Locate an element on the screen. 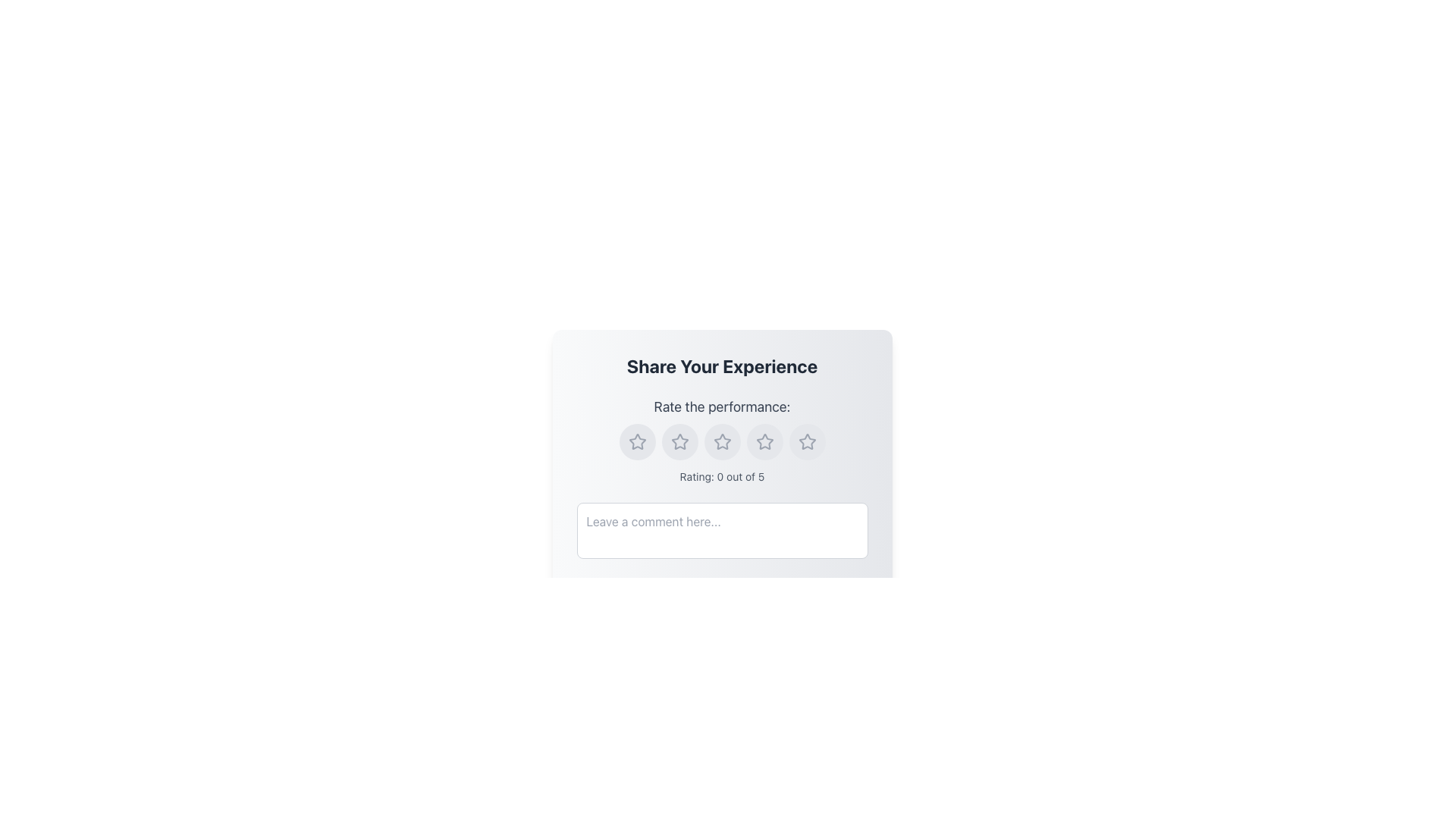  the fifth star rating button located beneath the header 'Share Your Experience' is located at coordinates (764, 441).